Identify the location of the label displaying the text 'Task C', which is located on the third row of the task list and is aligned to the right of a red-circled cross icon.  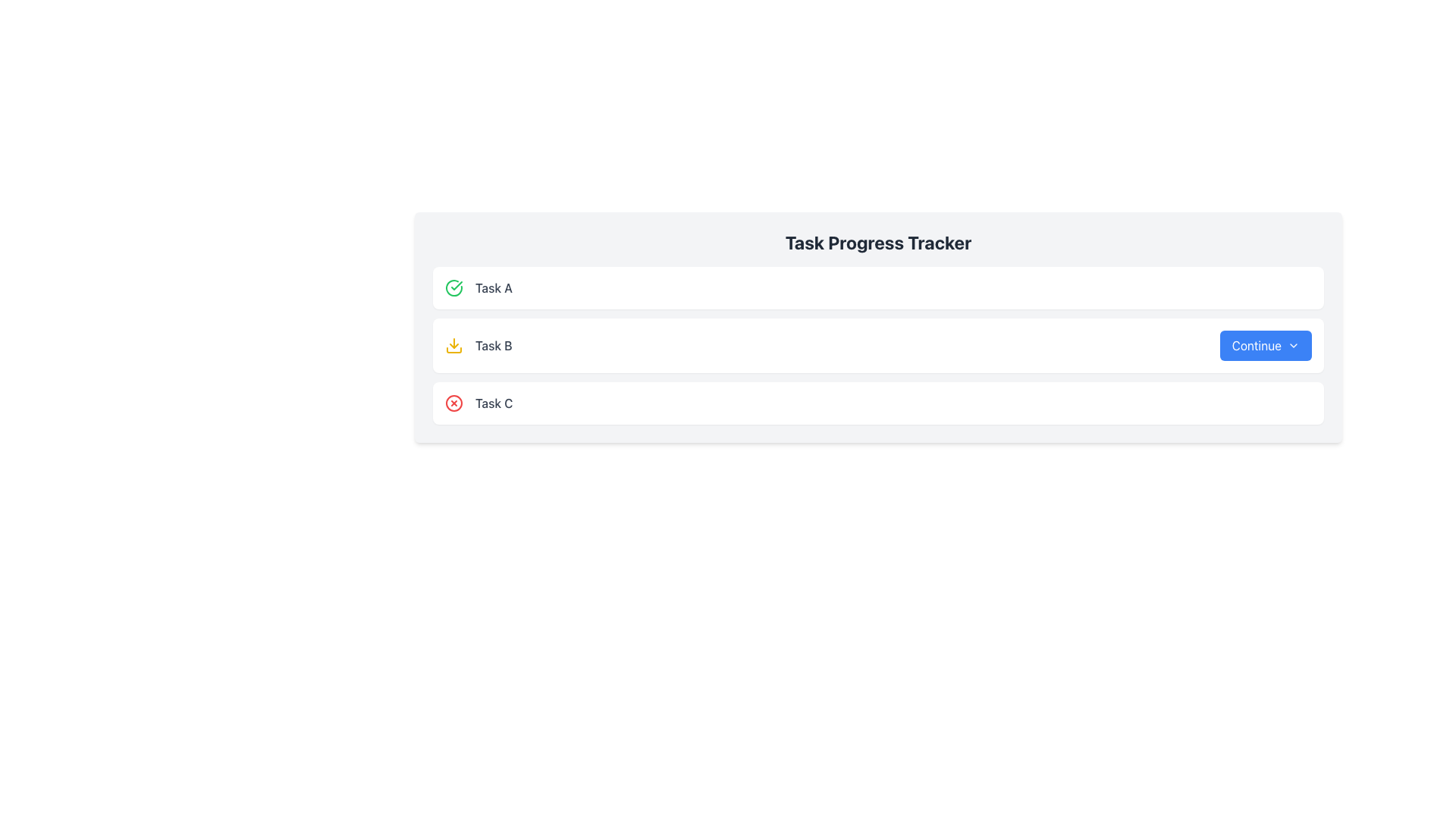
(494, 403).